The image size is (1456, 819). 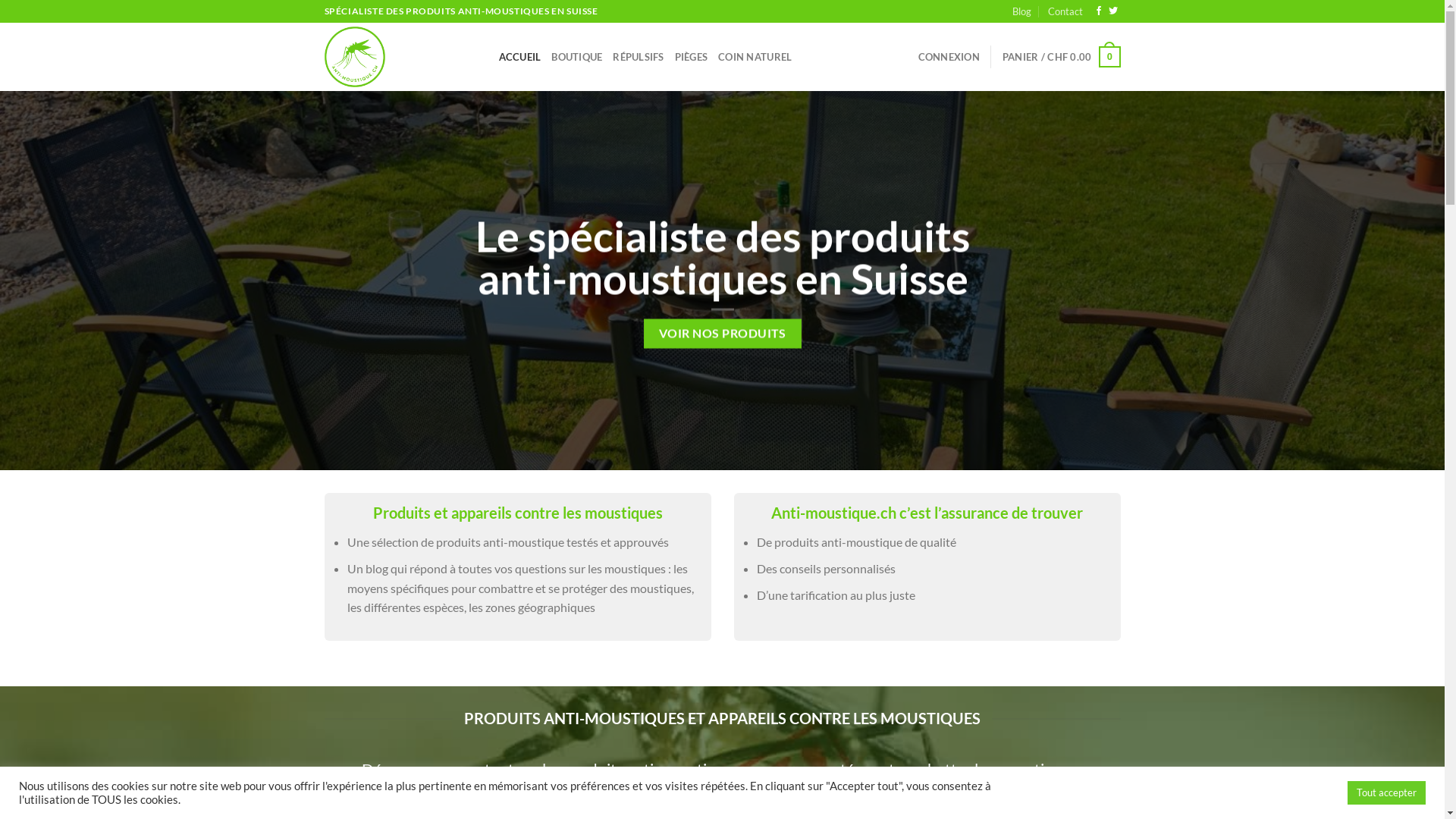 What do you see at coordinates (520, 55) in the screenshot?
I see `'ACCUEIL'` at bounding box center [520, 55].